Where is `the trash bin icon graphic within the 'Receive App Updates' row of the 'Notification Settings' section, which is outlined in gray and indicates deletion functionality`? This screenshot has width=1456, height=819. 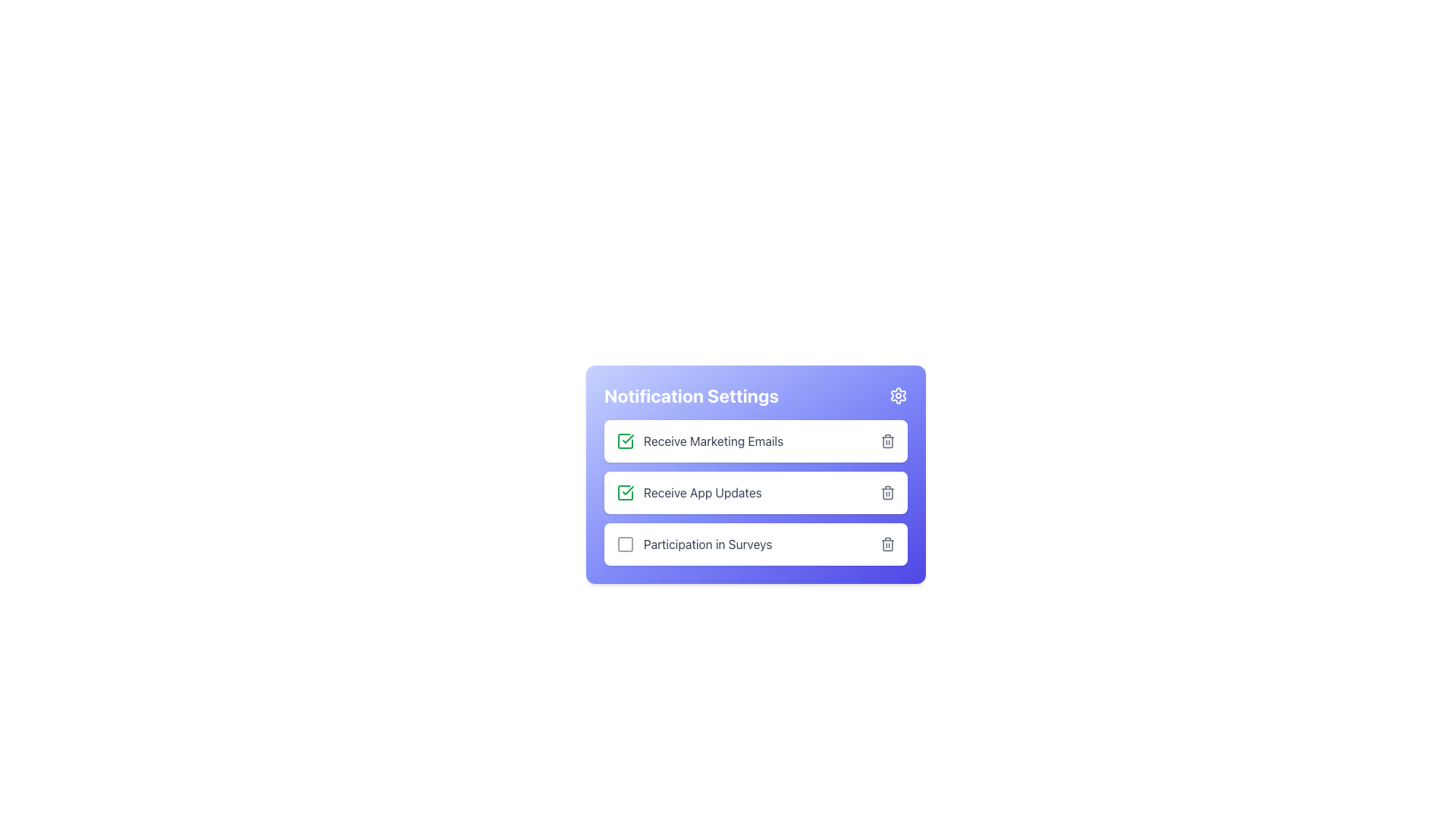 the trash bin icon graphic within the 'Receive App Updates' row of the 'Notification Settings' section, which is outlined in gray and indicates deletion functionality is located at coordinates (888, 494).